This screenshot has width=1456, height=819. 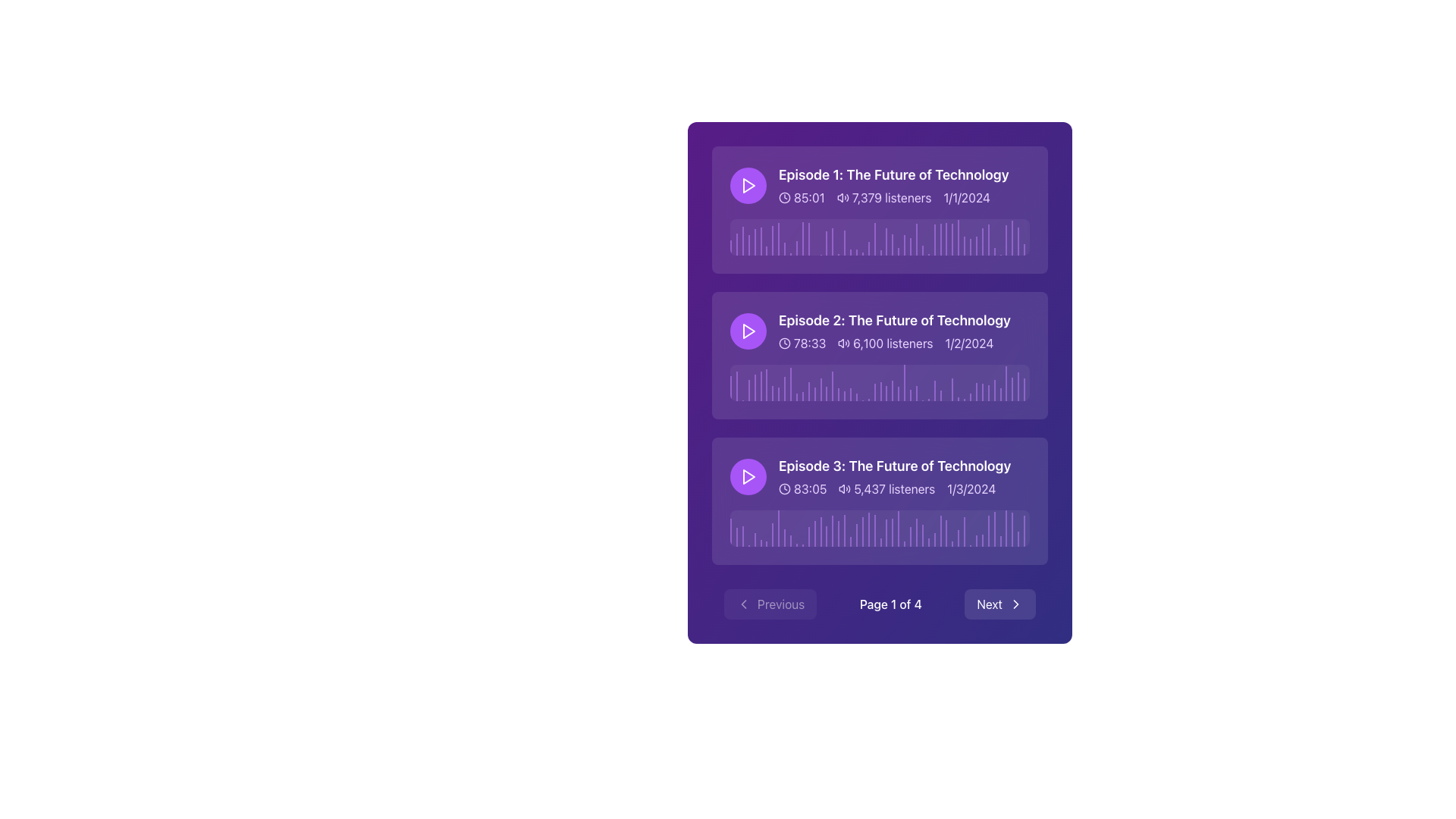 What do you see at coordinates (748, 244) in the screenshot?
I see `the vertical purple progress indicator located within the audio progress bar of the first episode card, which fills approximately 55.47% of the vertical space and is the fourth indicator from the left` at bounding box center [748, 244].